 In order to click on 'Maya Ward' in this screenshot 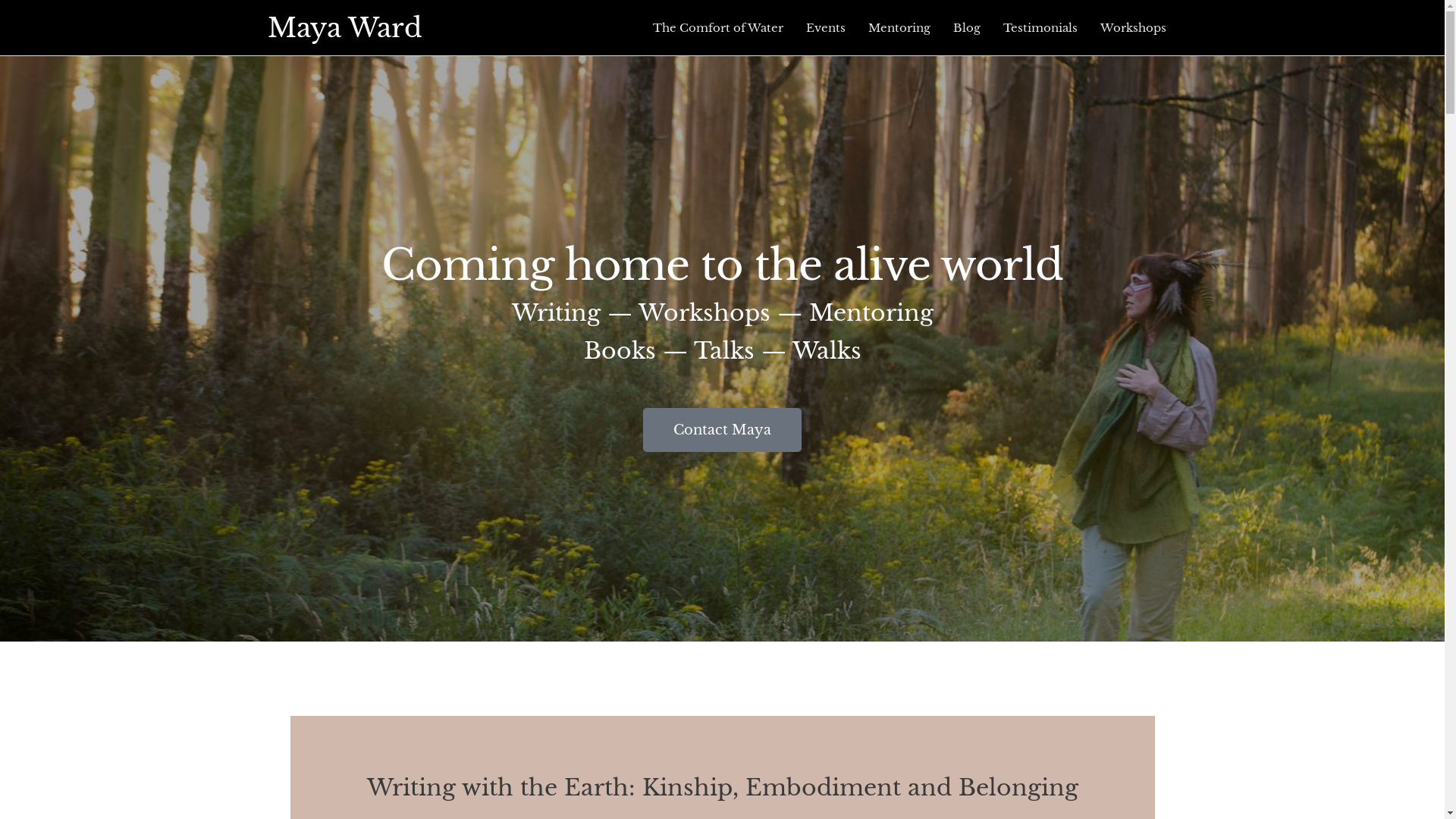, I will do `click(344, 27)`.